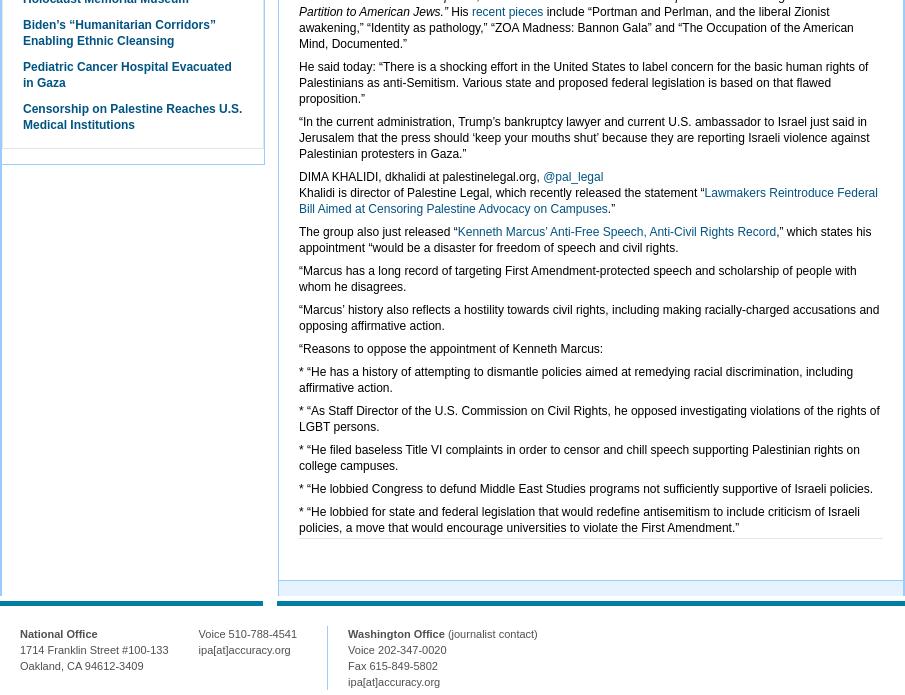  What do you see at coordinates (609, 208) in the screenshot?
I see `'.”'` at bounding box center [609, 208].